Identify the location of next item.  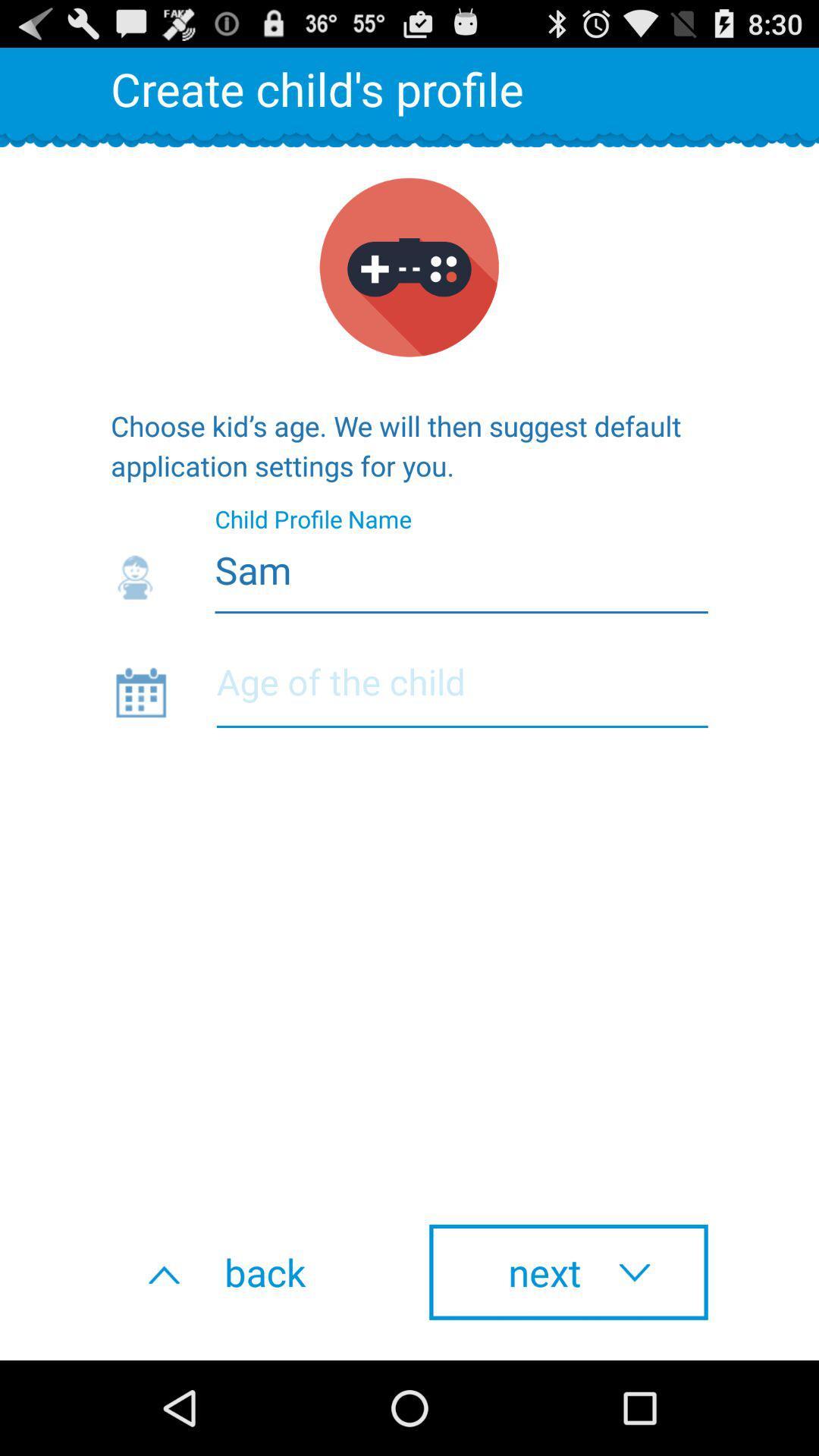
(568, 1272).